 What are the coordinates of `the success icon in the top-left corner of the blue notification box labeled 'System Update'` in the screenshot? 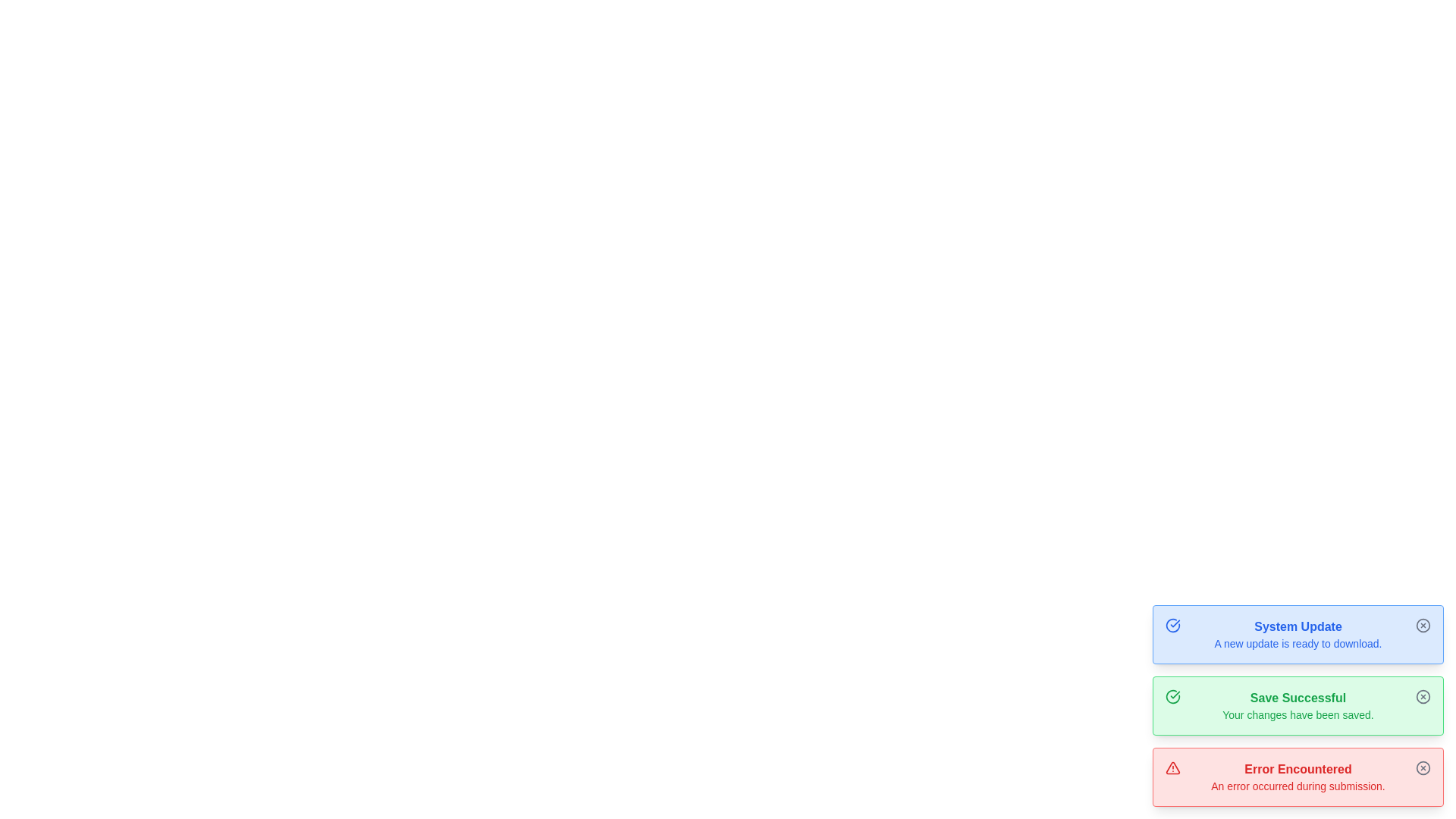 It's located at (1172, 626).